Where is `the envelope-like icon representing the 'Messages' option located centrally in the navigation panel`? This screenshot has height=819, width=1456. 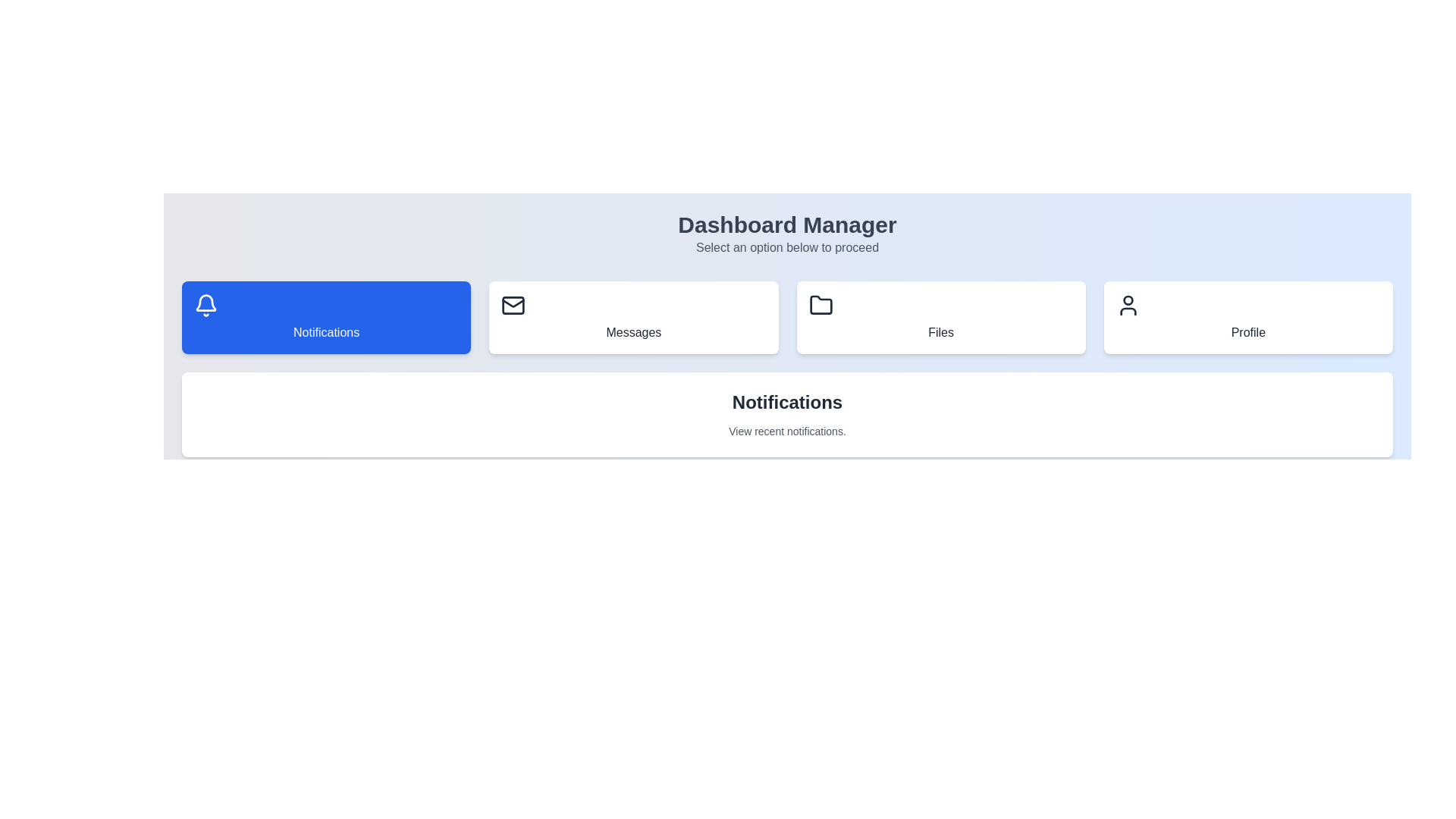 the envelope-like icon representing the 'Messages' option located centrally in the navigation panel is located at coordinates (513, 303).